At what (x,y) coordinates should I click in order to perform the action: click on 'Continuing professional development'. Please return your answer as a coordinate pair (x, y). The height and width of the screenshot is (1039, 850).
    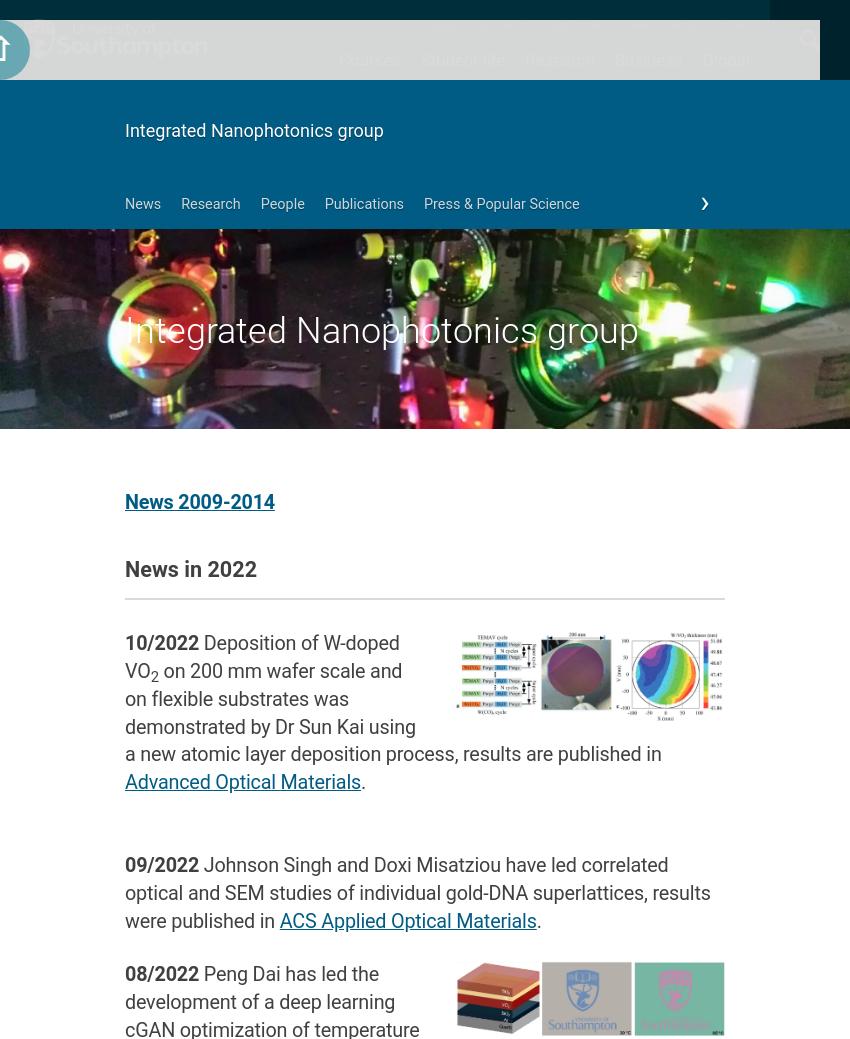
    Looking at the image, I should click on (418, 600).